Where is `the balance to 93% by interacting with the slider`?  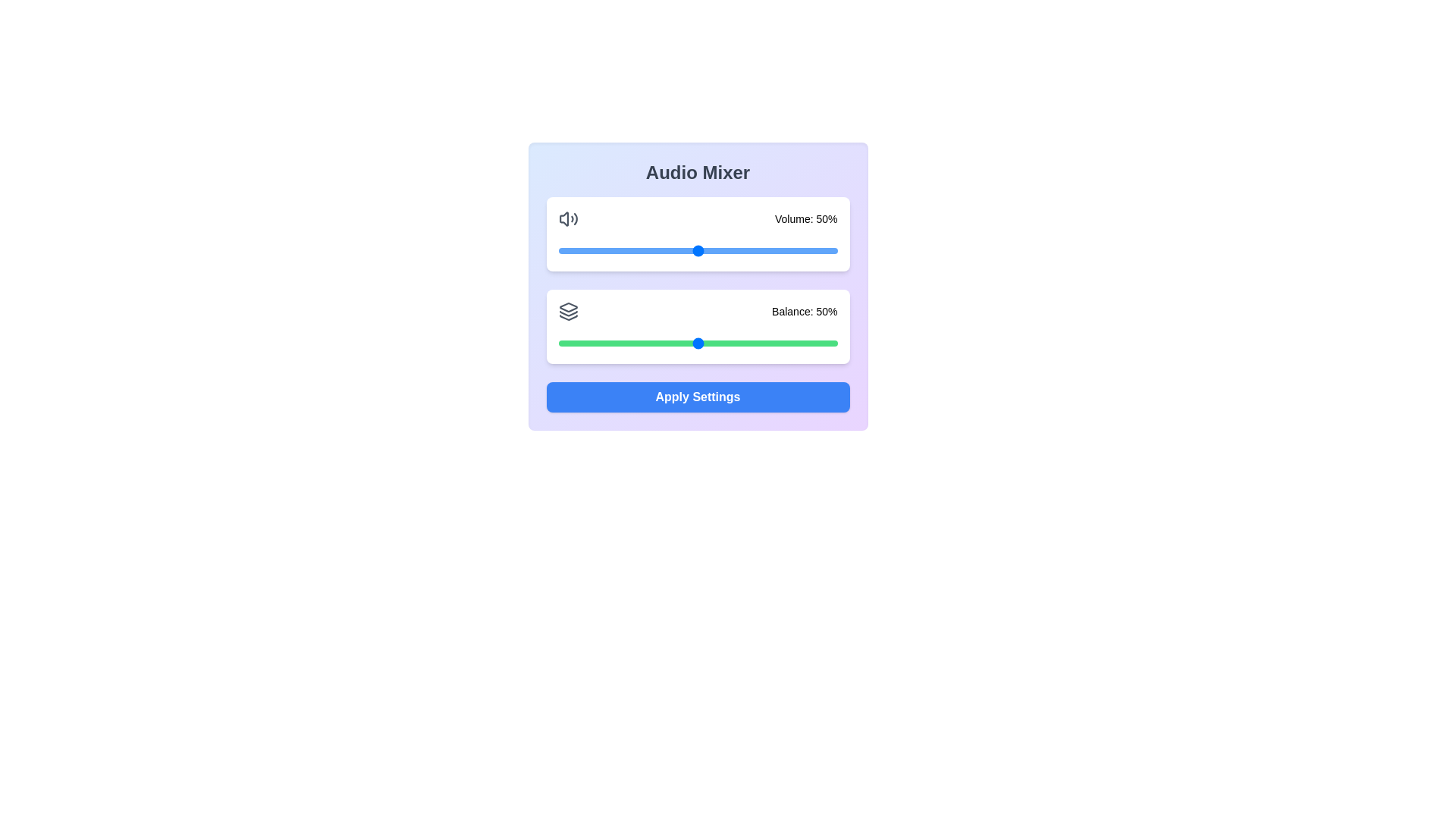 the balance to 93% by interacting with the slider is located at coordinates (817, 343).